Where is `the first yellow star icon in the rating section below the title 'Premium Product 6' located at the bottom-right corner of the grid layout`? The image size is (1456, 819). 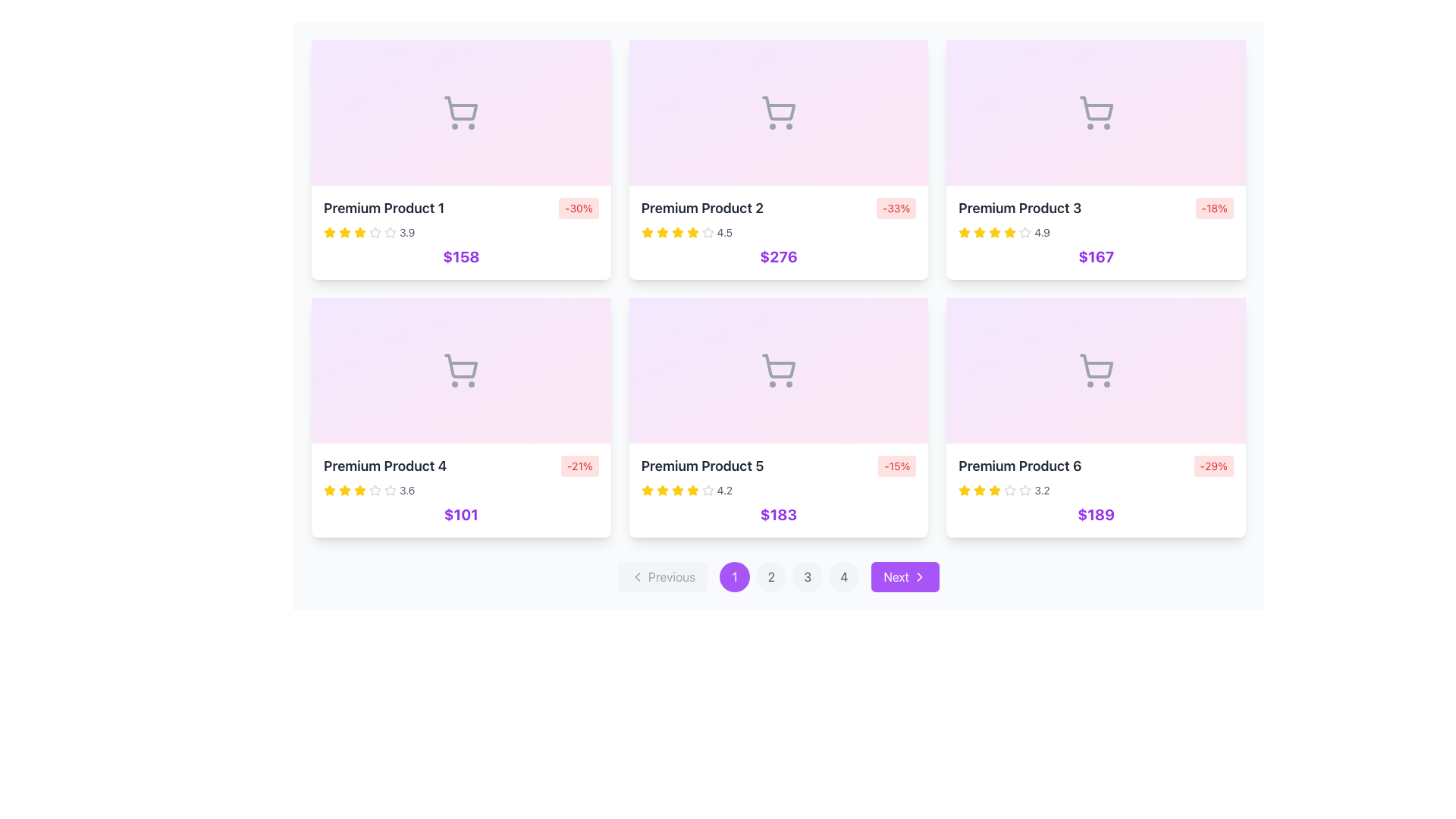
the first yellow star icon in the rating section below the title 'Premium Product 6' located at the bottom-right corner of the grid layout is located at coordinates (980, 490).